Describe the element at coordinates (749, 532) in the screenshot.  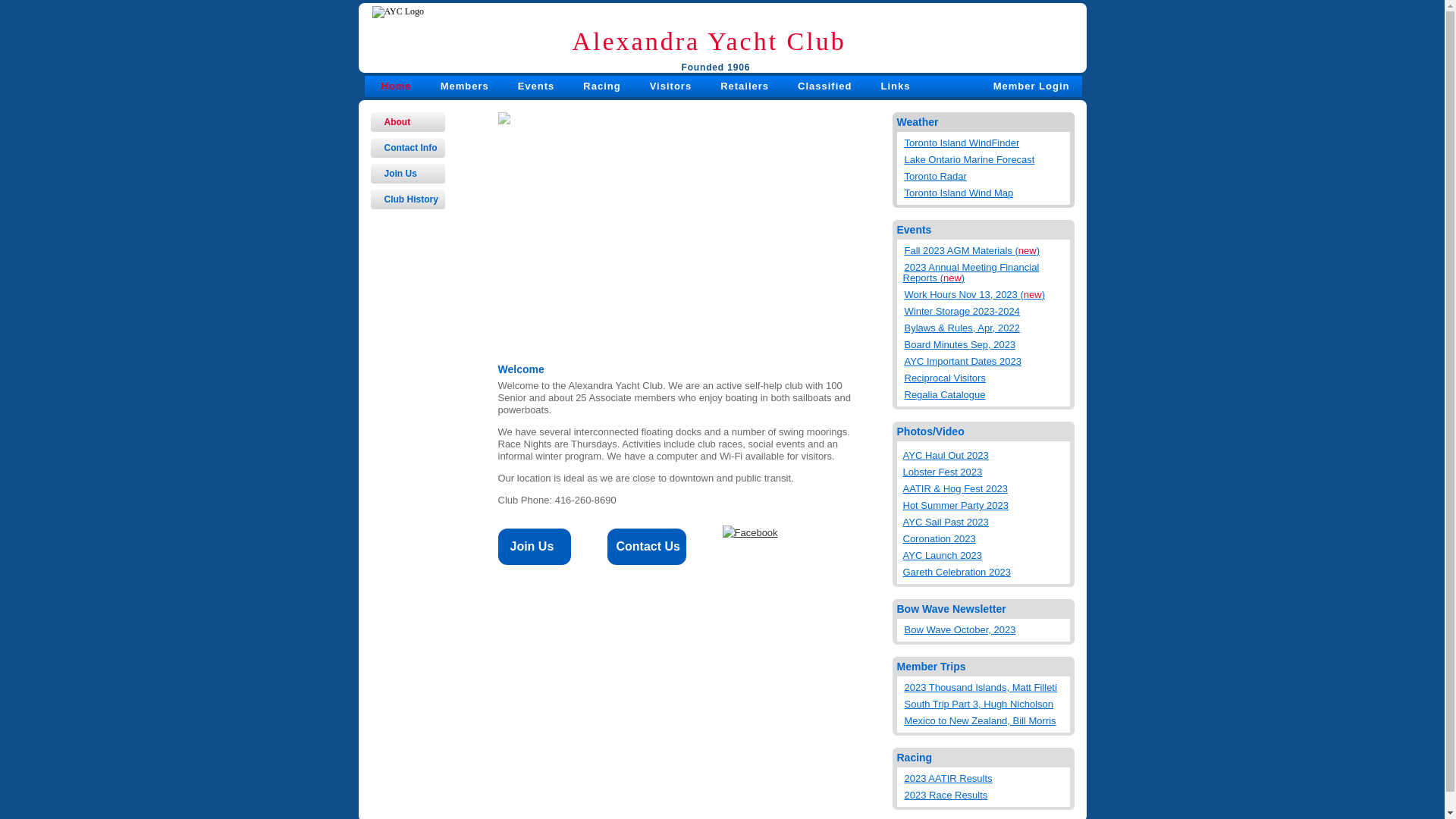
I see `'Facebook'` at that location.